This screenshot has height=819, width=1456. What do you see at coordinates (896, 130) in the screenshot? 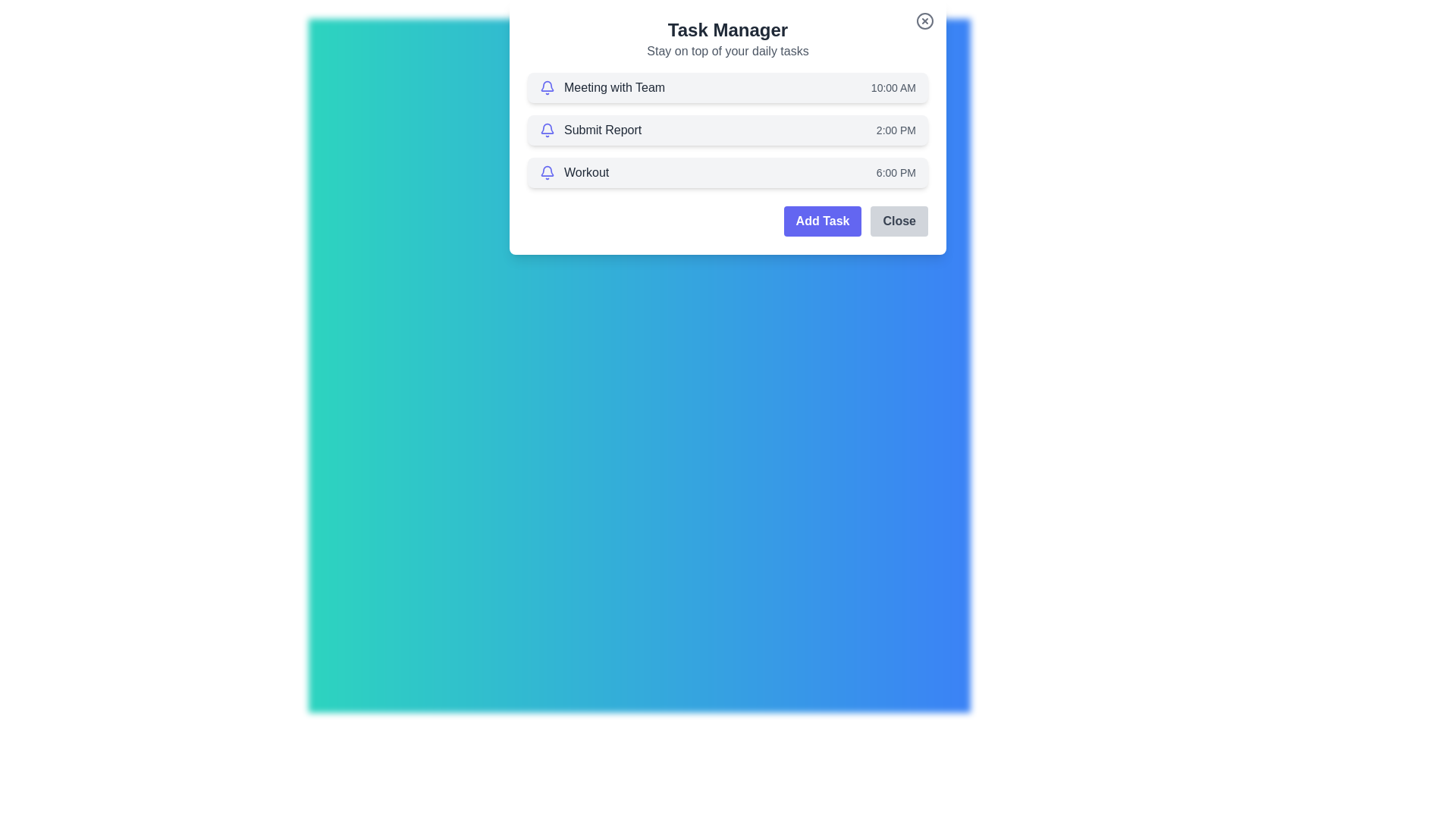
I see `the static text label displaying the time '2:00 PM' located in the 'Submit Report' task box, aligned to the right` at bounding box center [896, 130].